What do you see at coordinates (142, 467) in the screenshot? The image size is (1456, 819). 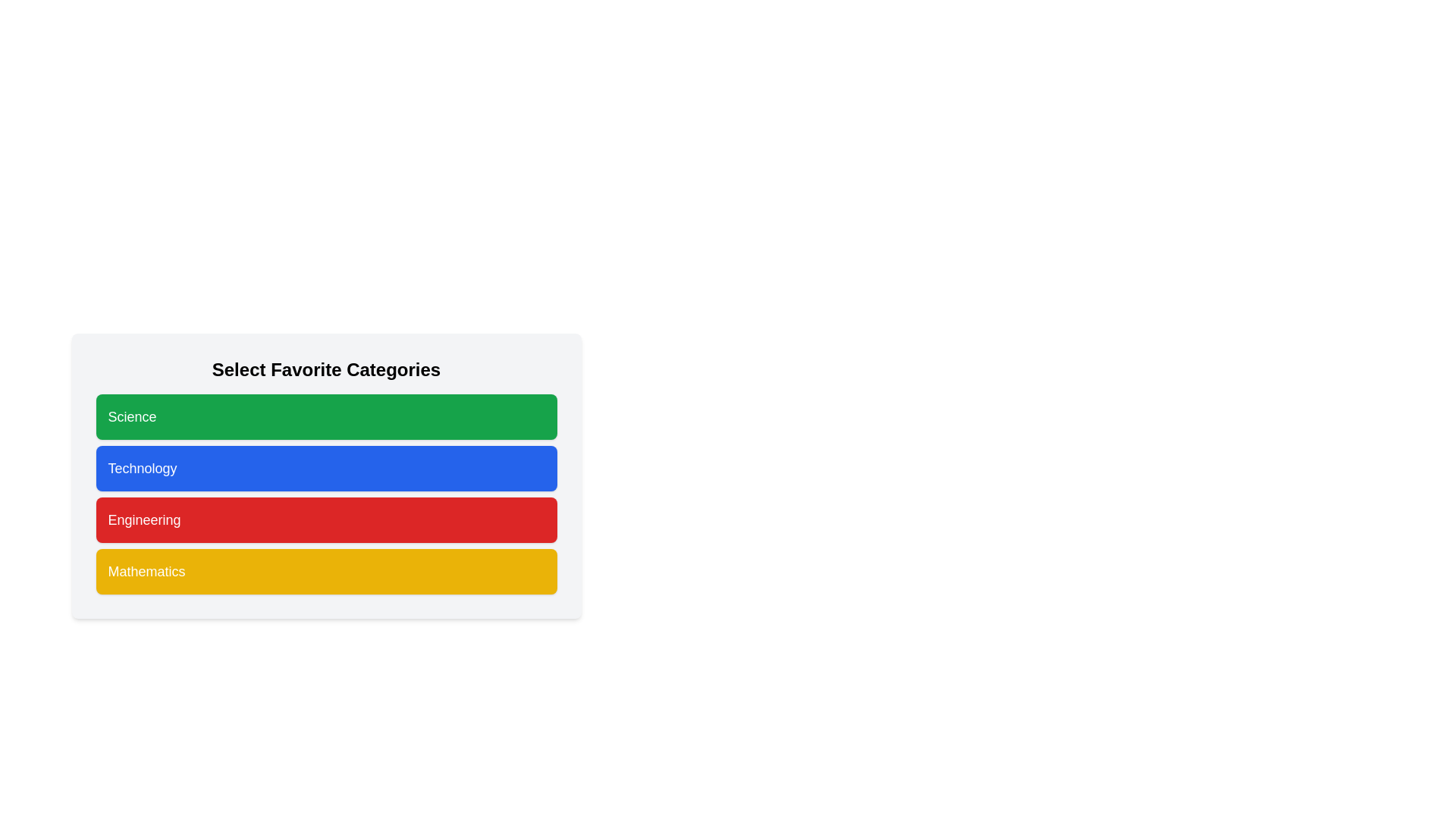 I see `text label that reads 'Technology', which is styled in bold white font over a blue background, located in the second colored row under 'Select Favorite Categories'` at bounding box center [142, 467].